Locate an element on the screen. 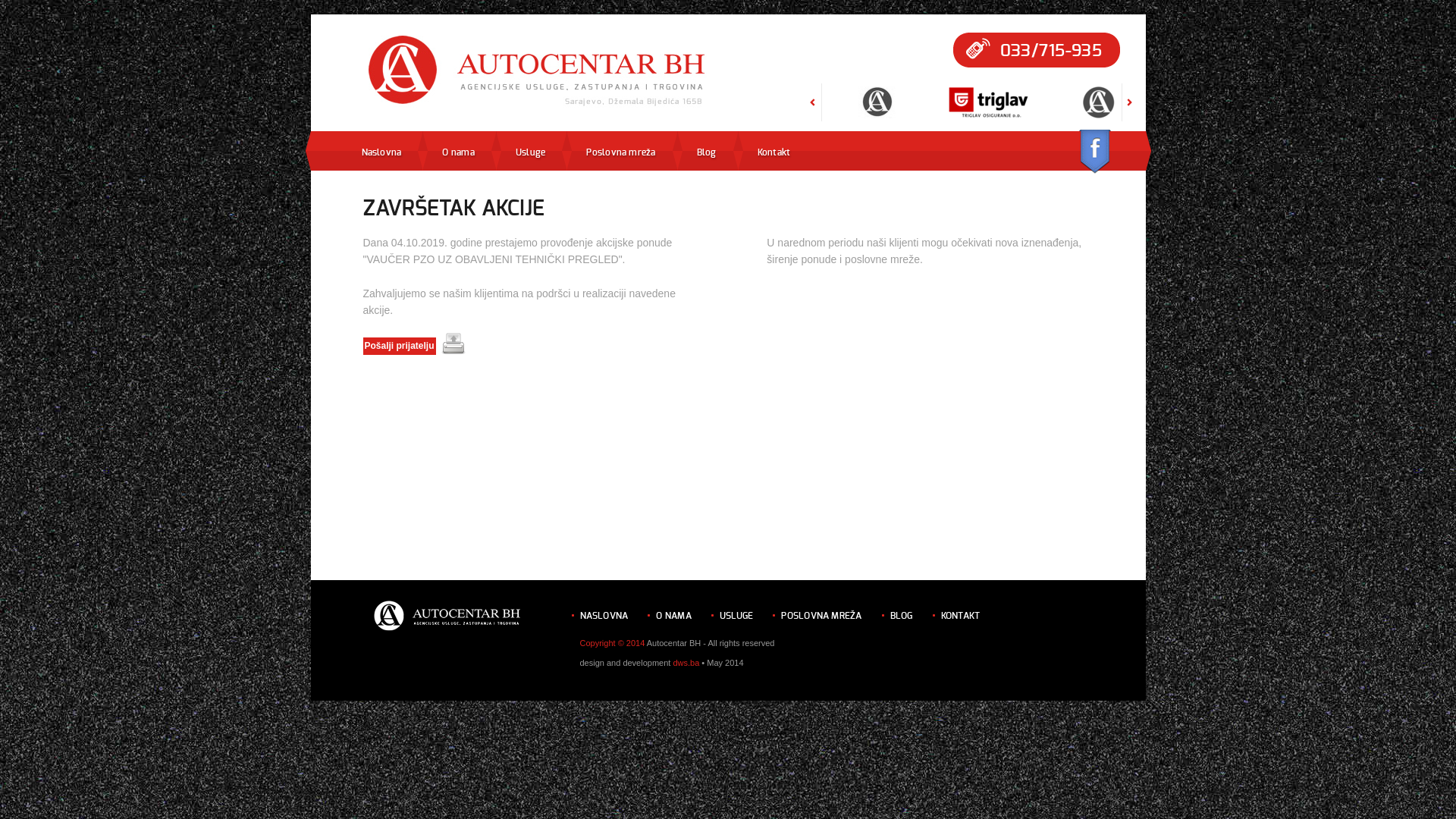 The image size is (1456, 819). 'O NAMA' is located at coordinates (673, 615).